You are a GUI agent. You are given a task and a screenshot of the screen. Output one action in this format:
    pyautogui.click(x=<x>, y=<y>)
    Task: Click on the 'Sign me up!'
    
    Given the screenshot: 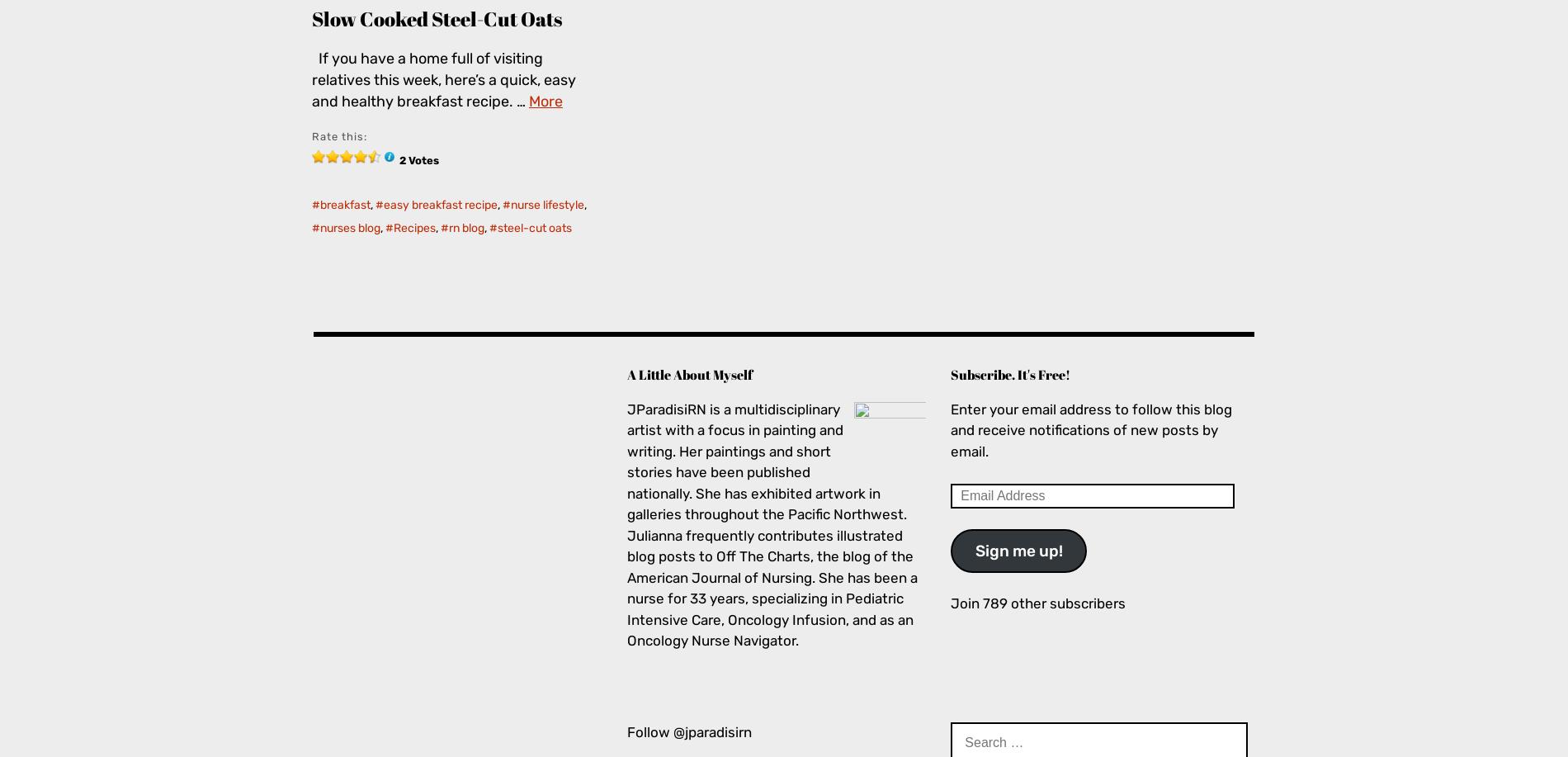 What is the action you would take?
    pyautogui.click(x=1018, y=550)
    